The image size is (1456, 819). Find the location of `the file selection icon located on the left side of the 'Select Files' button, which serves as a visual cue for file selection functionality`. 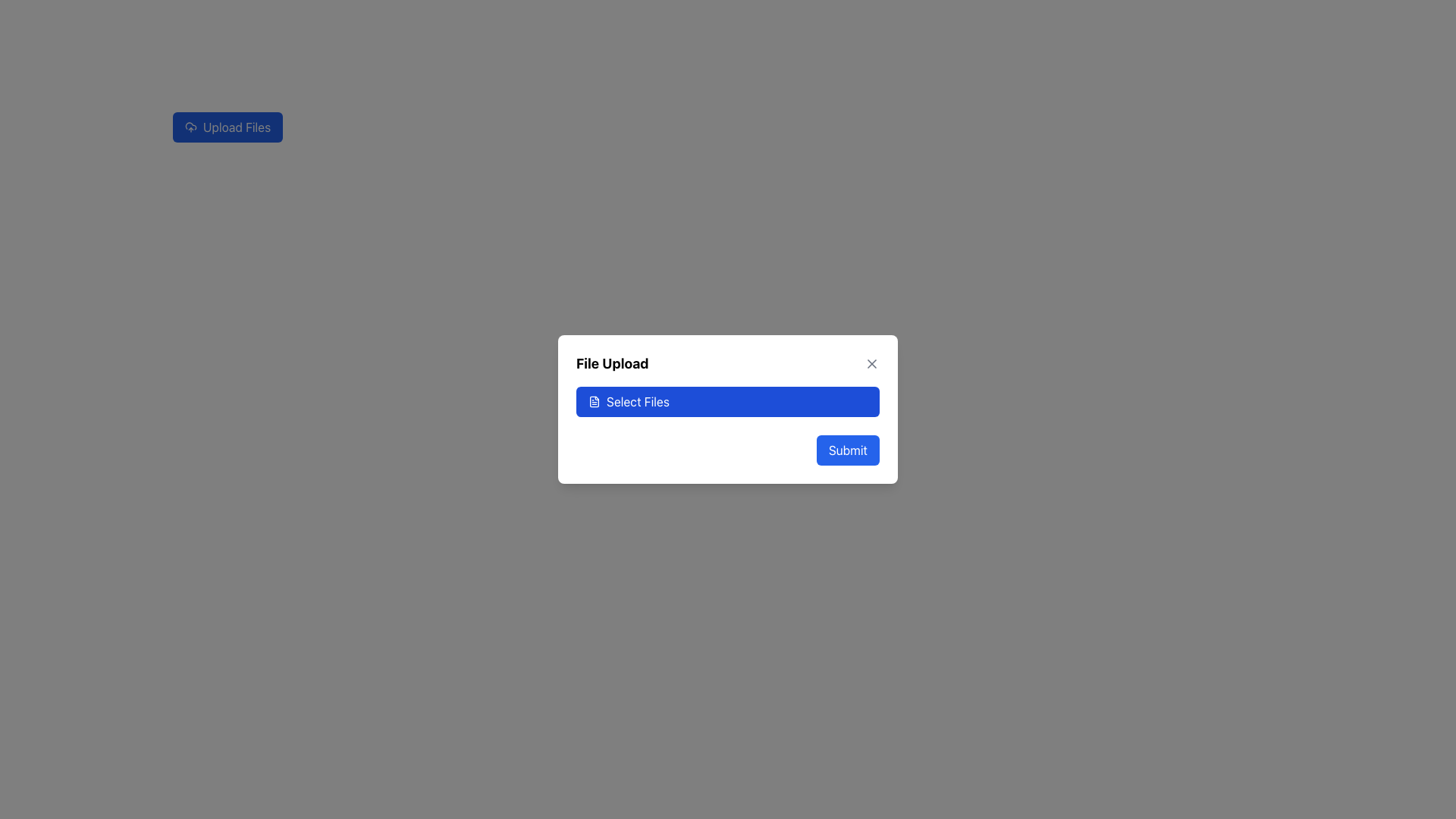

the file selection icon located on the left side of the 'Select Files' button, which serves as a visual cue for file selection functionality is located at coordinates (593, 400).